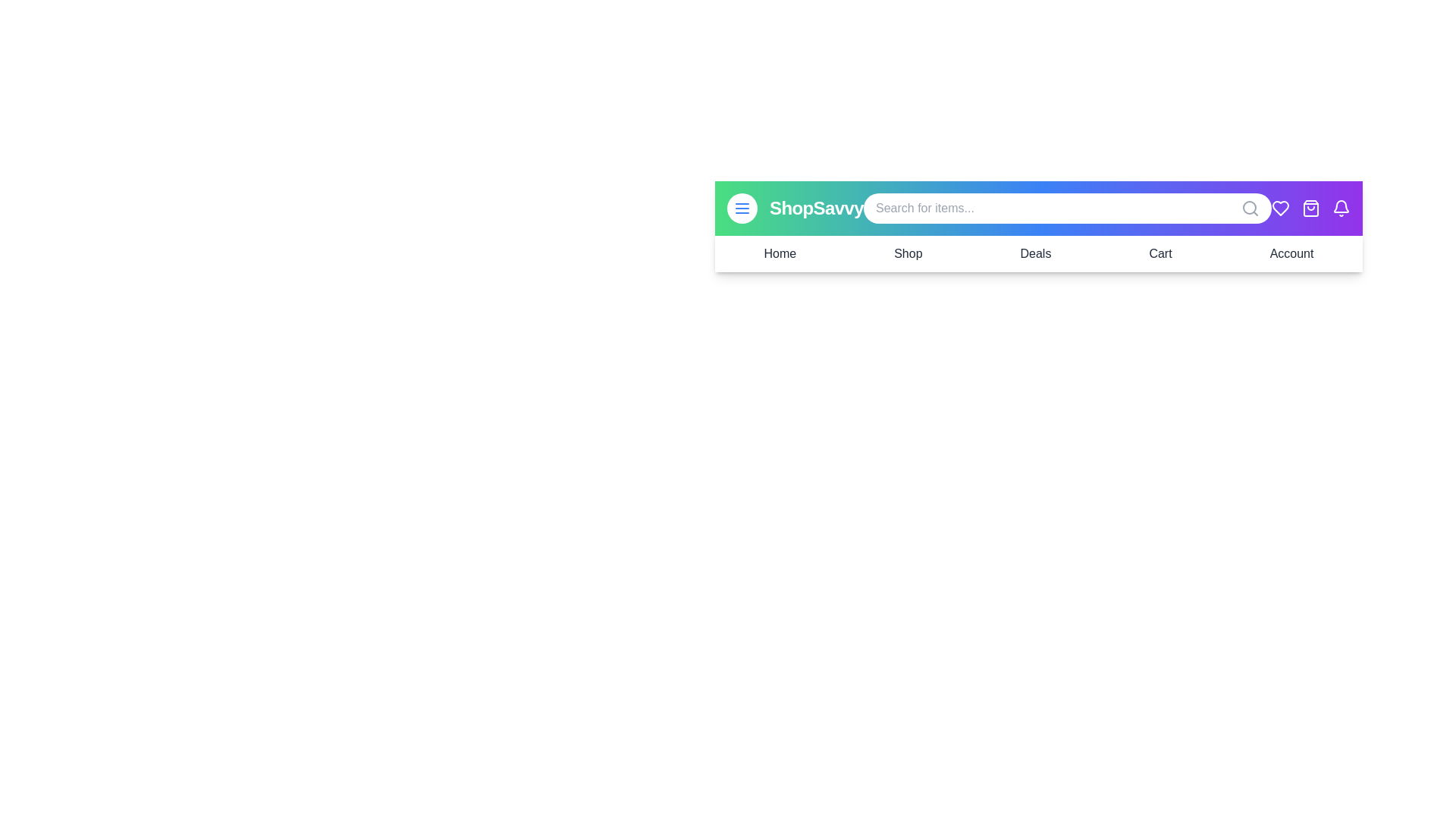 The height and width of the screenshot is (819, 1456). What do you see at coordinates (1280, 208) in the screenshot?
I see `heart icon to mark an item as favorite` at bounding box center [1280, 208].